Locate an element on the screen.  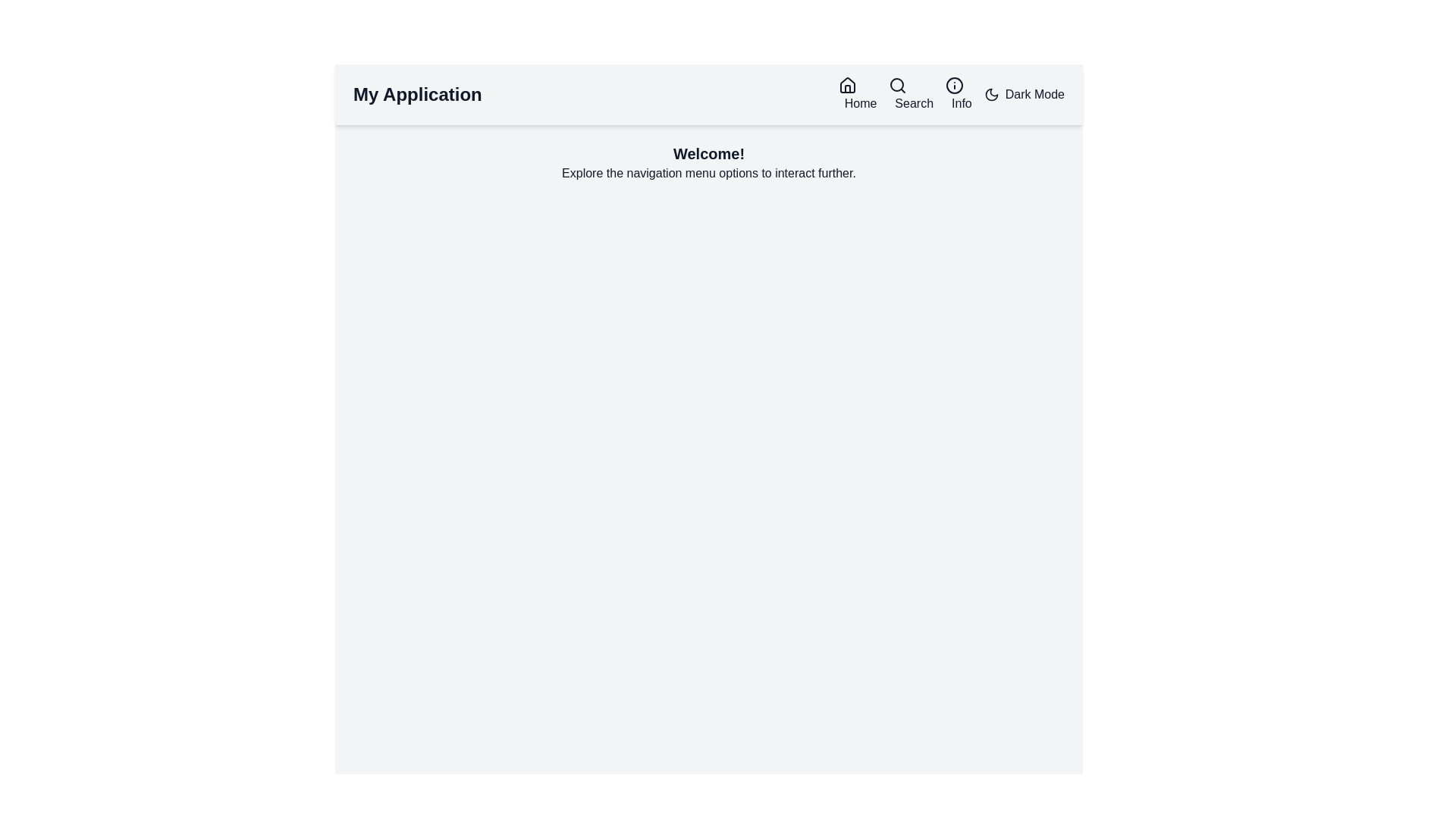
the door area of the 'Home' icon in the top navigation bar, which is the first icon from the left is located at coordinates (846, 89).